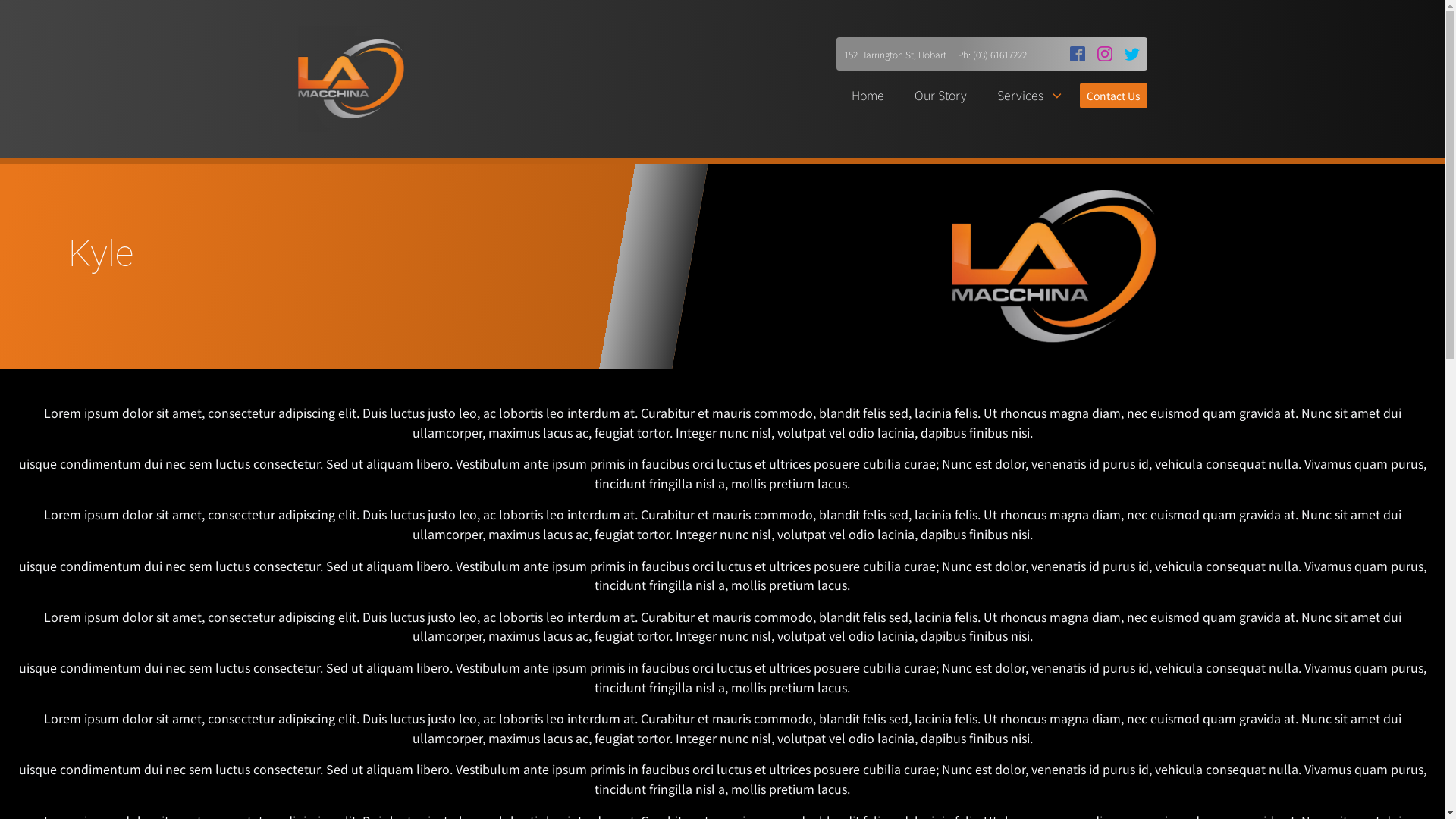 This screenshot has height=819, width=1456. I want to click on 'Home', so click(852, 96).